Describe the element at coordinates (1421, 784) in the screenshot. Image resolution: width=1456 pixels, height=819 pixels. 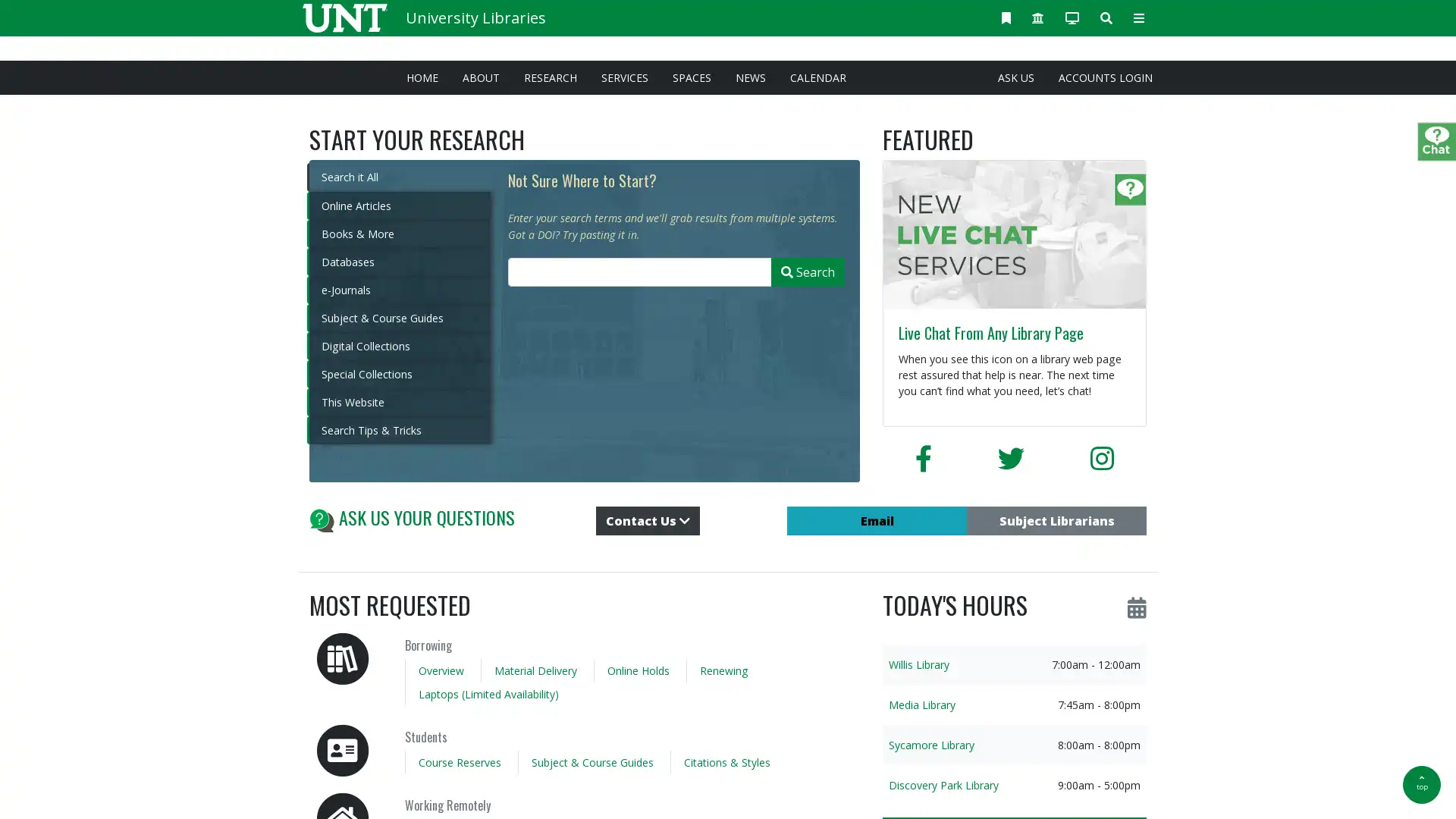
I see `top` at that location.